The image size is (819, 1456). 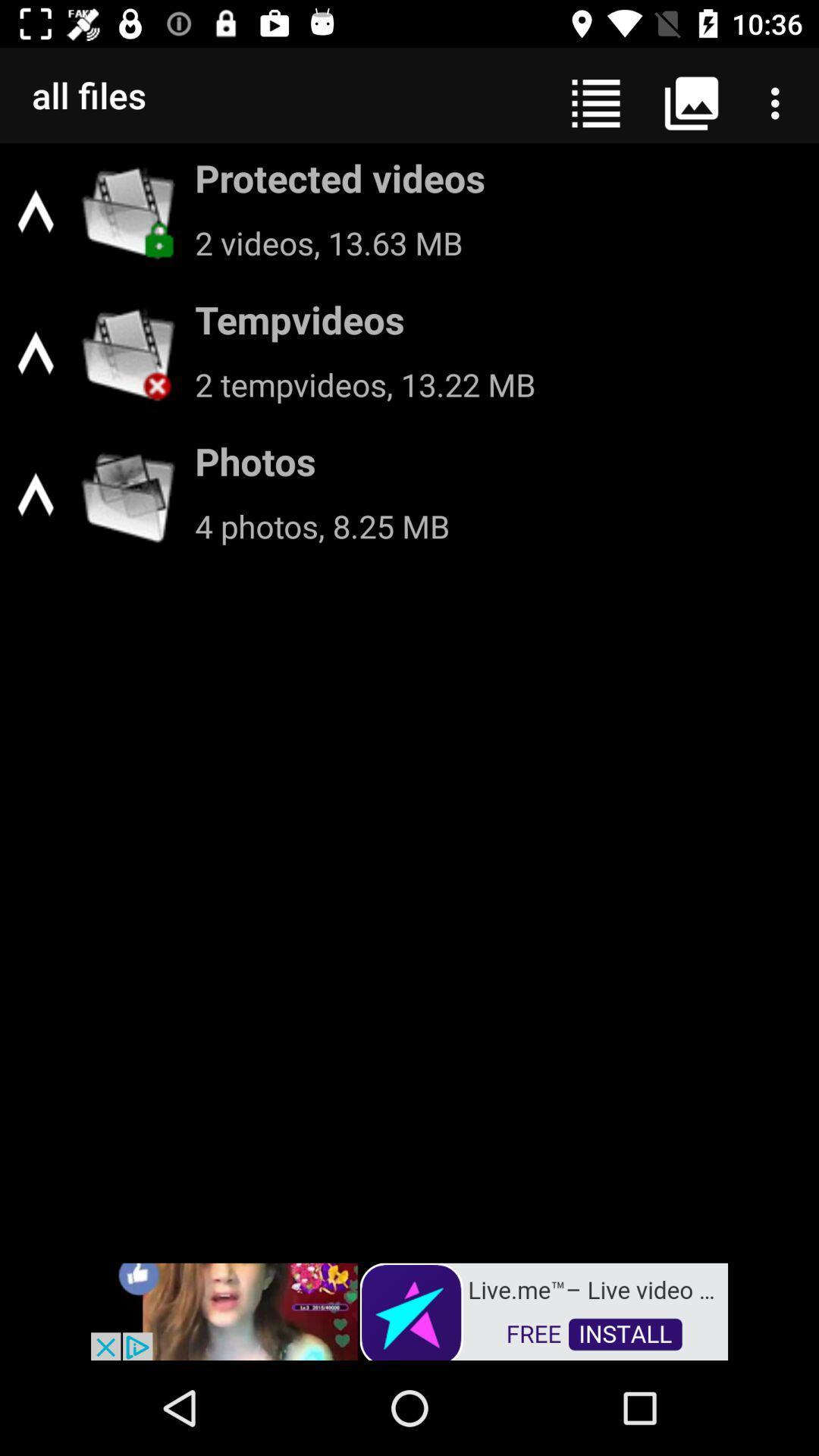 What do you see at coordinates (409, 1310) in the screenshot?
I see `advertisement` at bounding box center [409, 1310].